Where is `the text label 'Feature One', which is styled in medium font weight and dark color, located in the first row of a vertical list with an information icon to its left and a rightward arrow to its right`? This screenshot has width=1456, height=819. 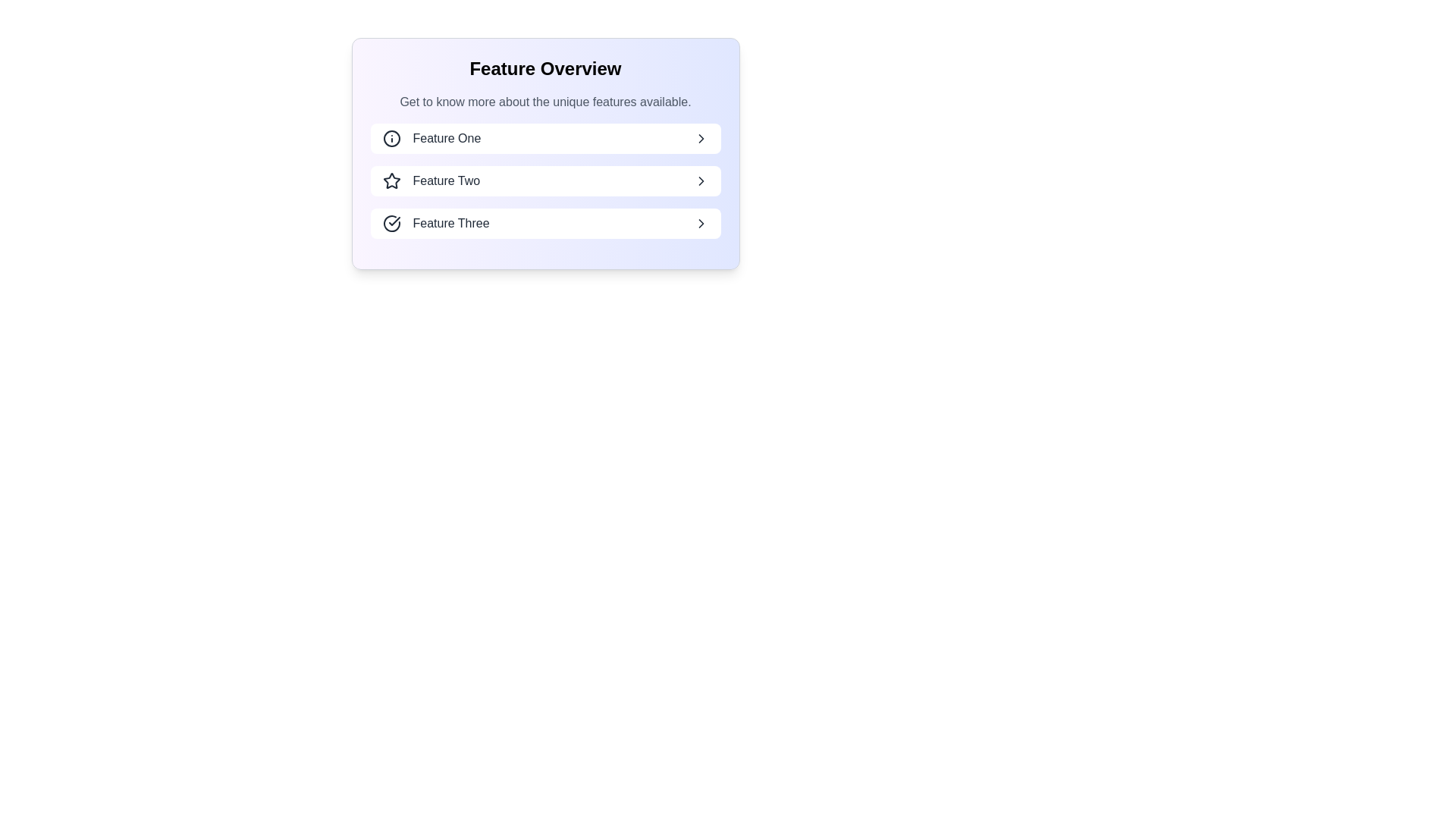 the text label 'Feature One', which is styled in medium font weight and dark color, located in the first row of a vertical list with an information icon to its left and a rightward arrow to its right is located at coordinates (446, 138).